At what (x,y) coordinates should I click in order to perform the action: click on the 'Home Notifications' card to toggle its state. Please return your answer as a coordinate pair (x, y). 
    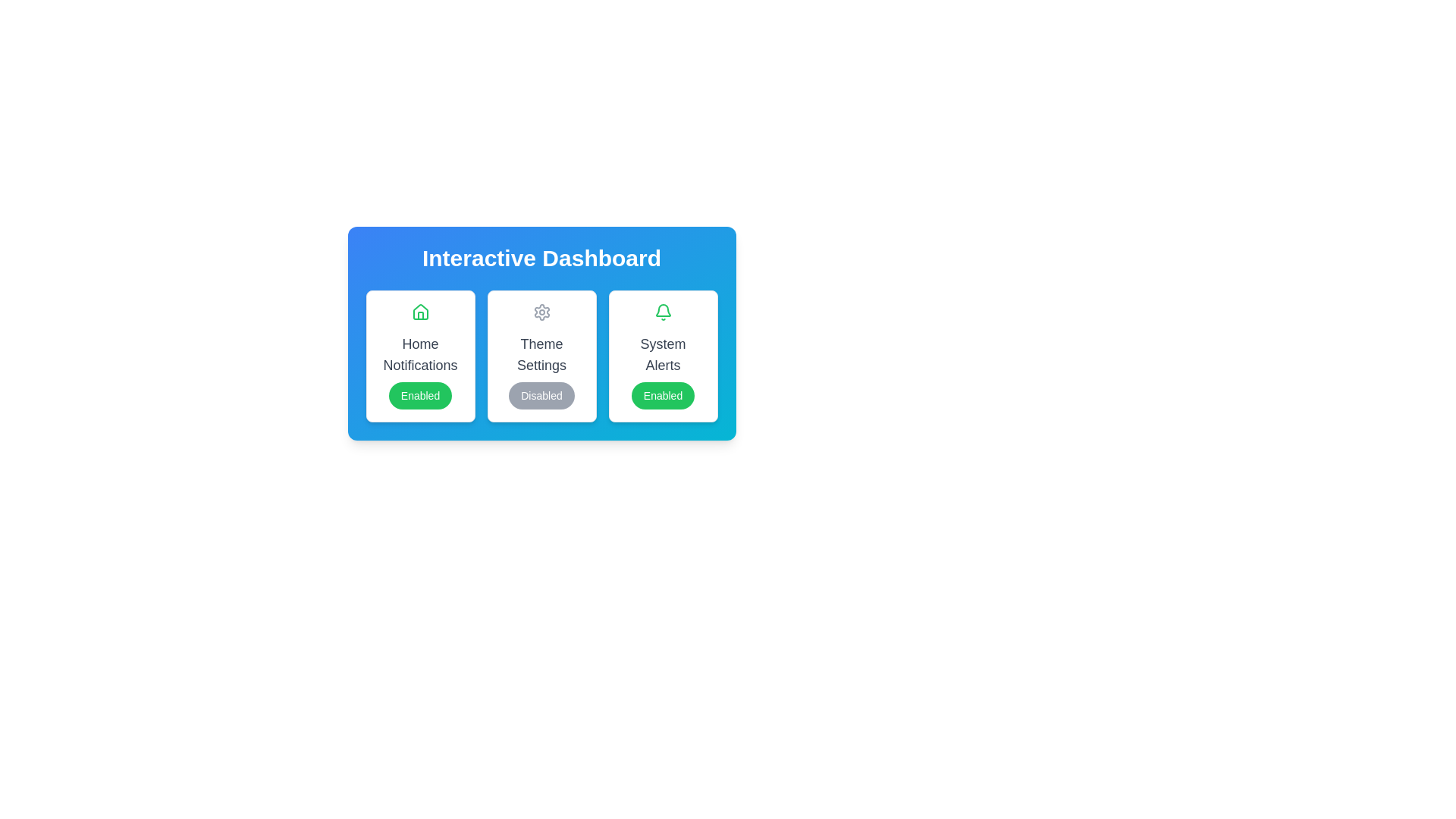
    Looking at the image, I should click on (420, 356).